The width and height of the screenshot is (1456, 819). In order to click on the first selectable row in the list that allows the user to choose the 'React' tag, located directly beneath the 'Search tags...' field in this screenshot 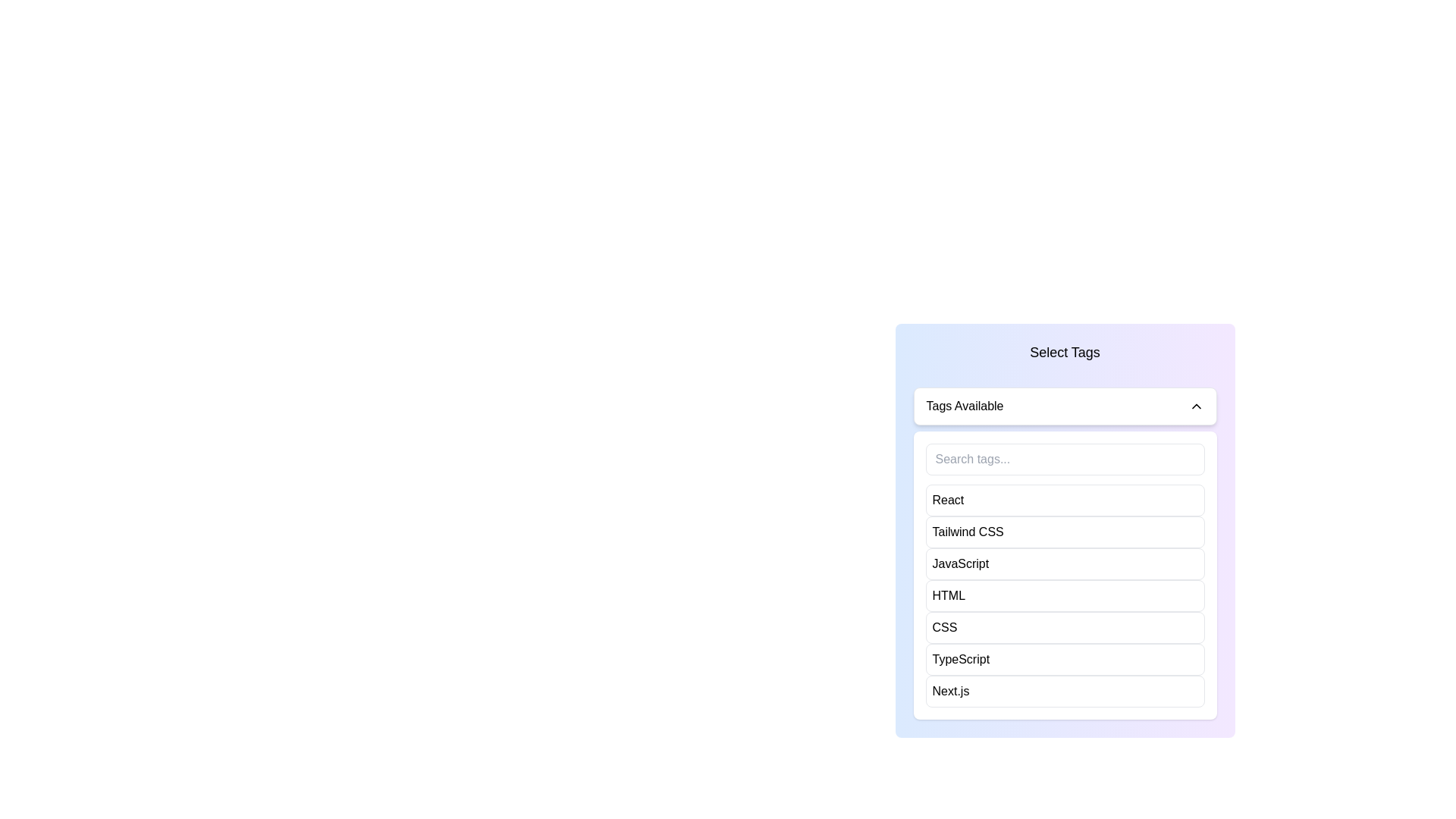, I will do `click(1064, 500)`.